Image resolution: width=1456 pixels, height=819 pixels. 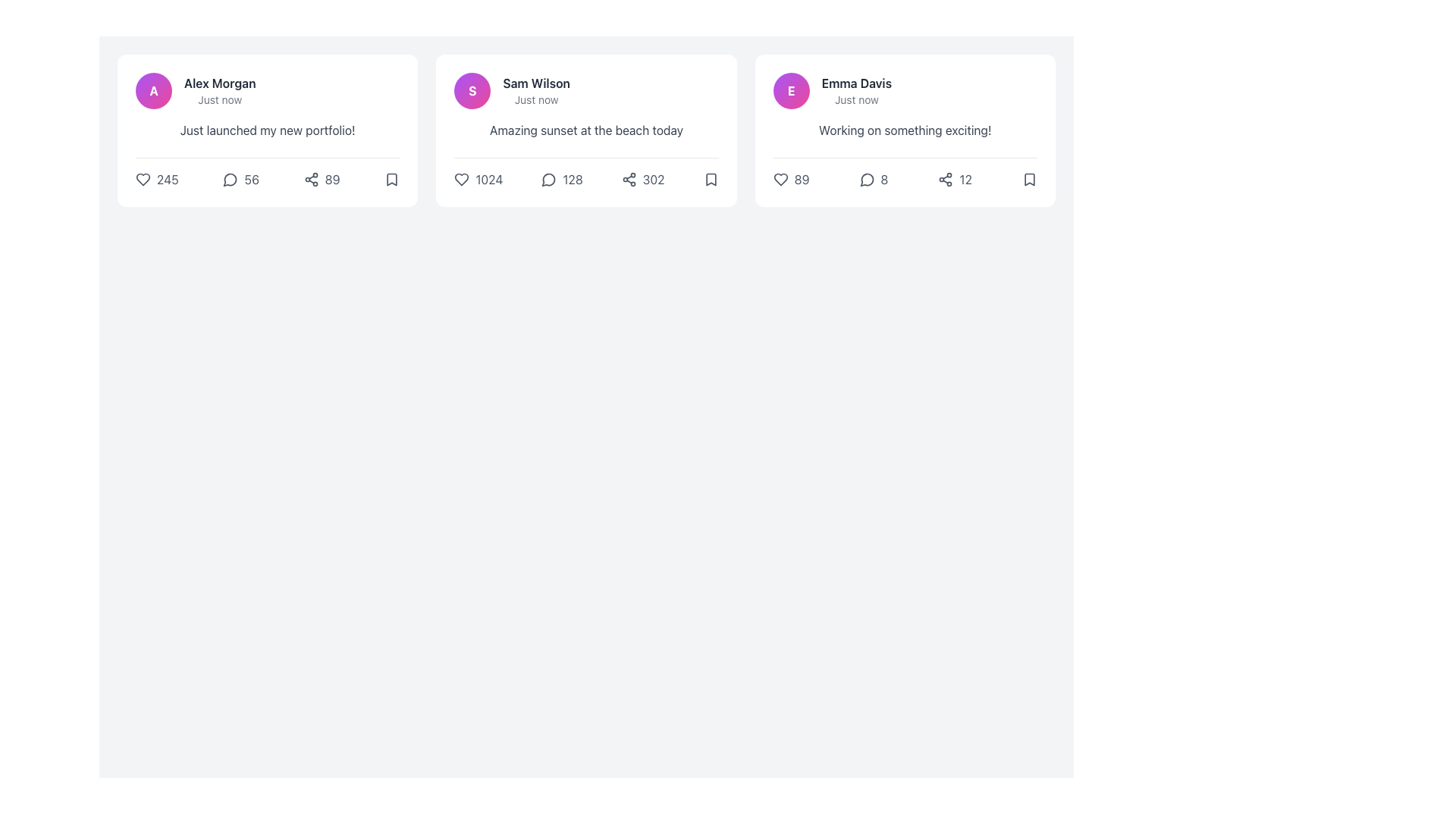 What do you see at coordinates (790, 178) in the screenshot?
I see `the 'like' button located at the bottom of the card labeled 'Emma Davis', which shows an icon and the text indicating user engagement with 89 likes` at bounding box center [790, 178].